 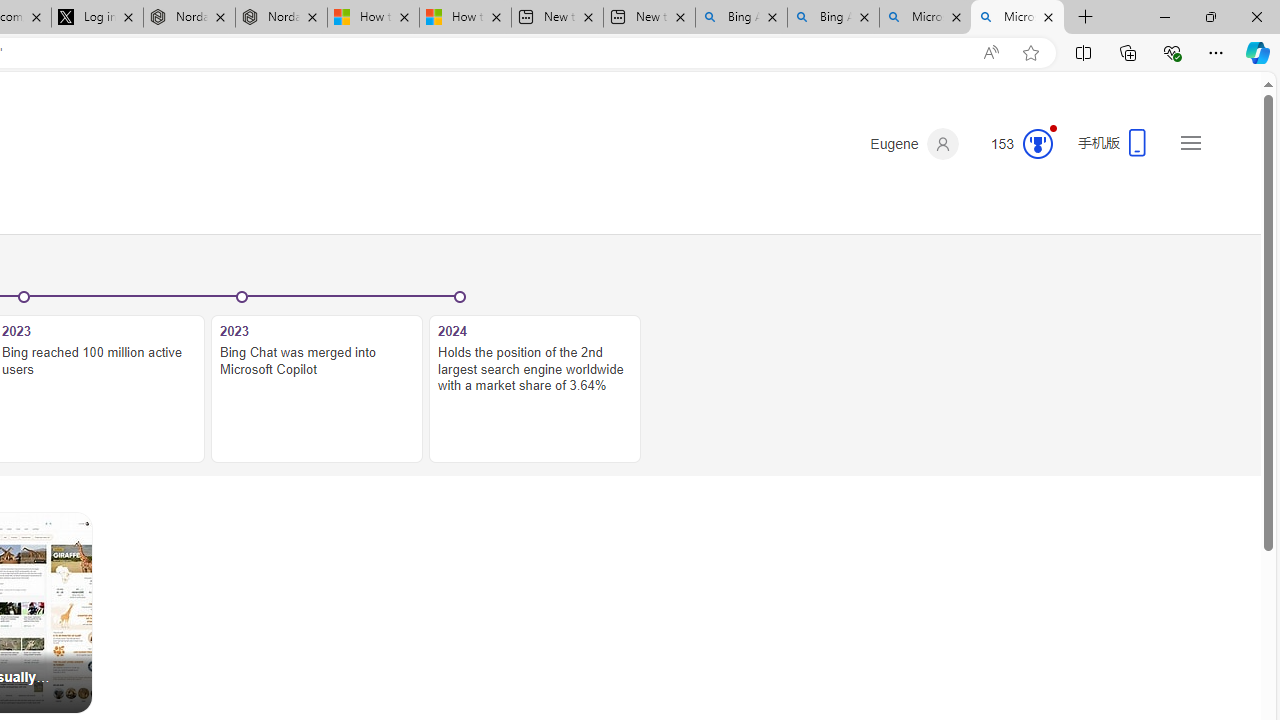 I want to click on 'Microsoft Bing Timeline - Search', so click(x=1017, y=17).